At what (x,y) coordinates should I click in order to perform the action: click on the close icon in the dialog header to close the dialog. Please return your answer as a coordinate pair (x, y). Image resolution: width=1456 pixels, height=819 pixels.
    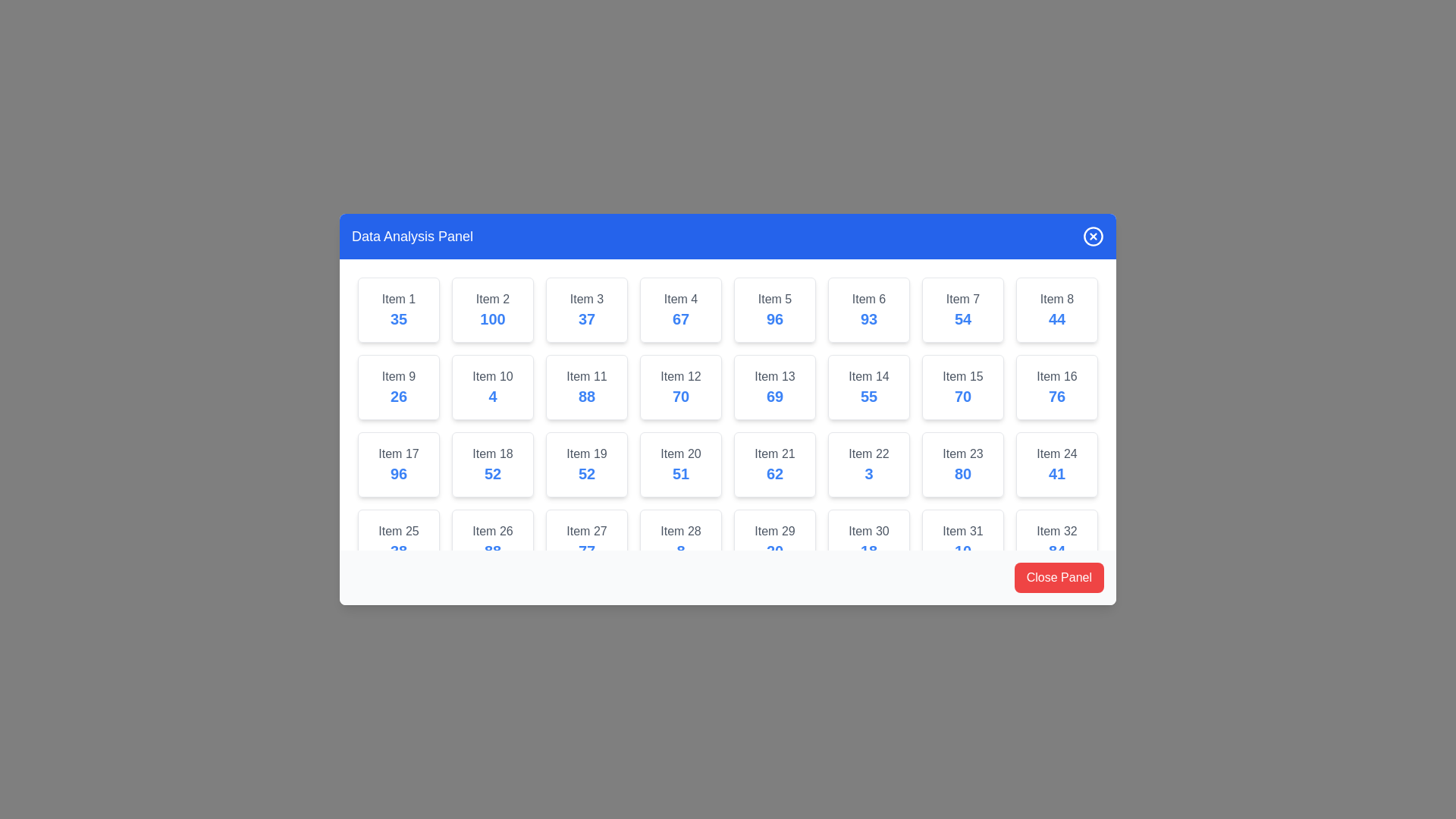
    Looking at the image, I should click on (1093, 237).